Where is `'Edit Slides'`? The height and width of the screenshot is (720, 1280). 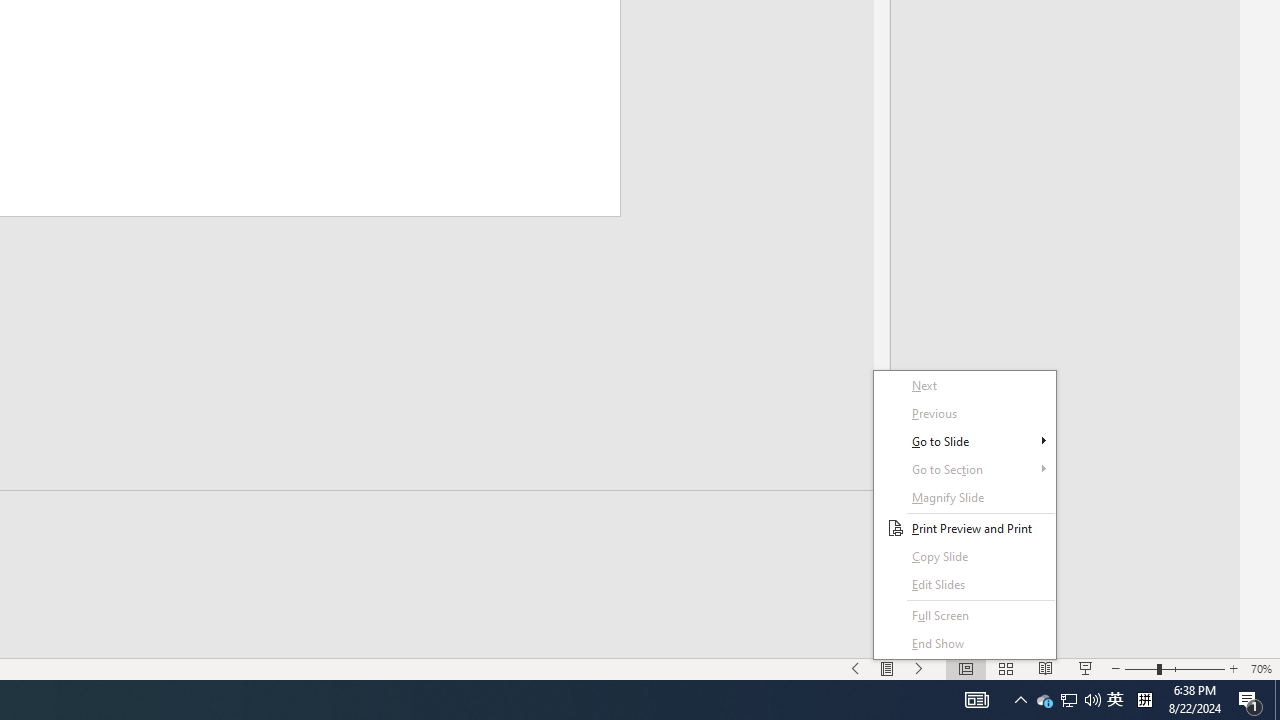 'Edit Slides' is located at coordinates (965, 585).